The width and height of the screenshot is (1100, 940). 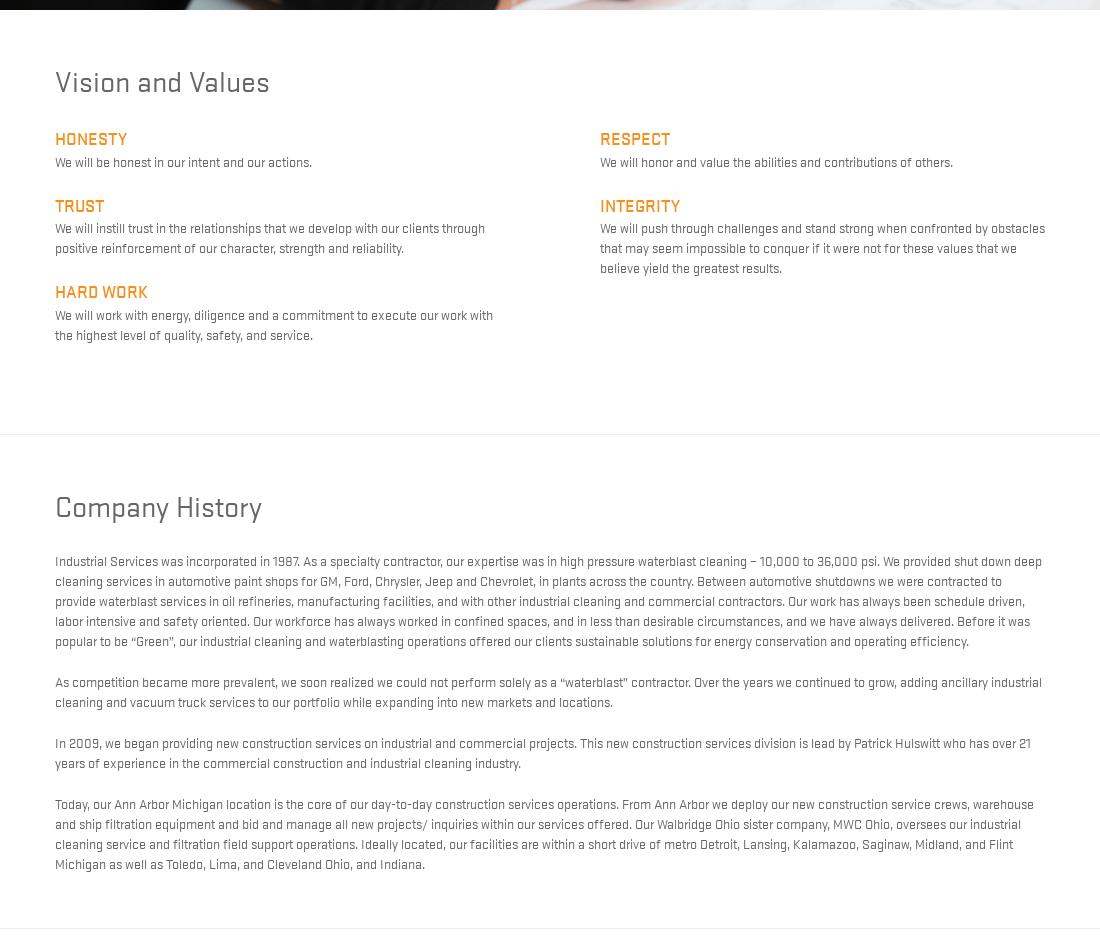 What do you see at coordinates (634, 136) in the screenshot?
I see `'Respect'` at bounding box center [634, 136].